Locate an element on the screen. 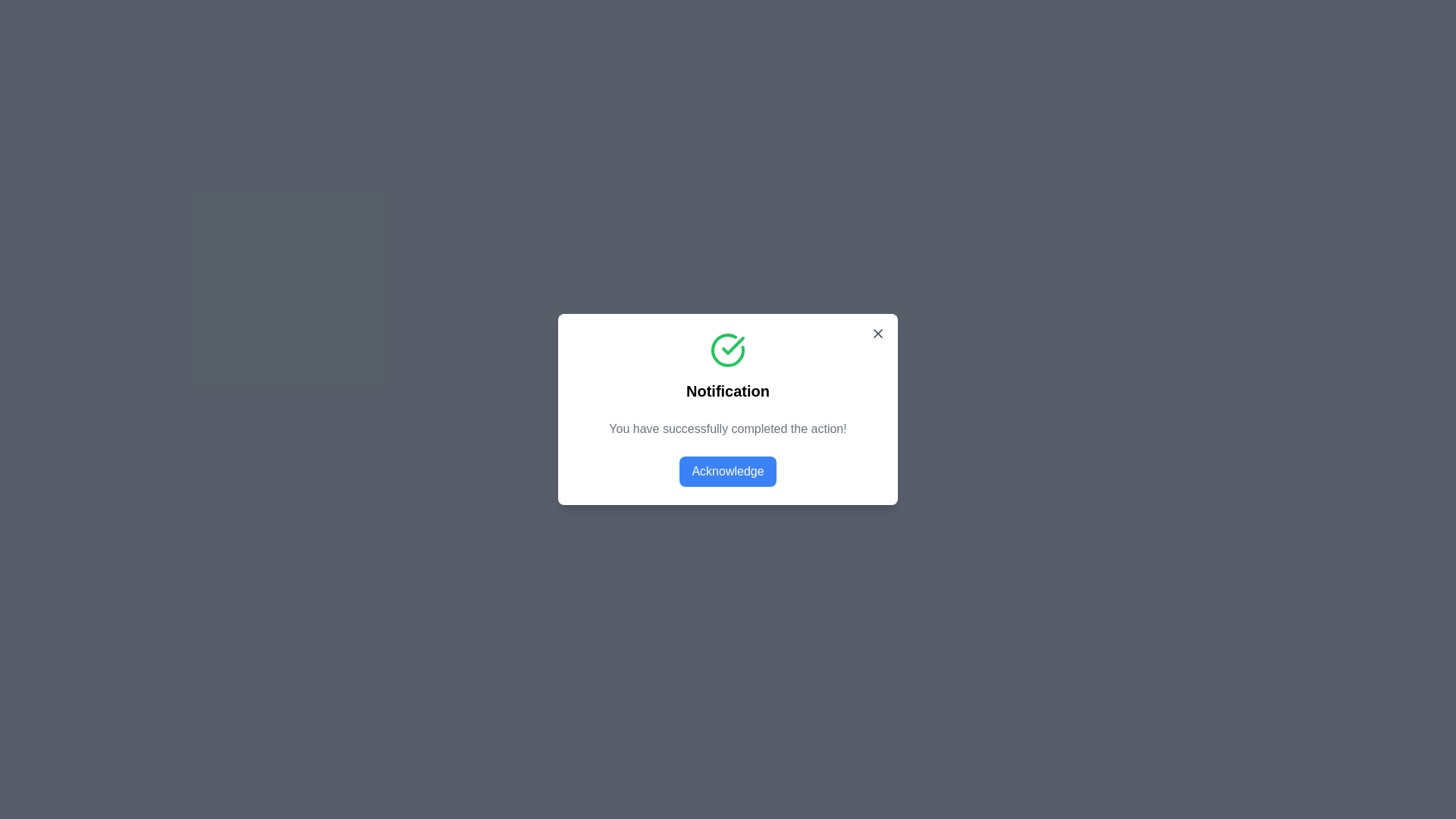  the success completion icon that is centrally positioned above the 'Notification' title within the dialog box is located at coordinates (728, 350).